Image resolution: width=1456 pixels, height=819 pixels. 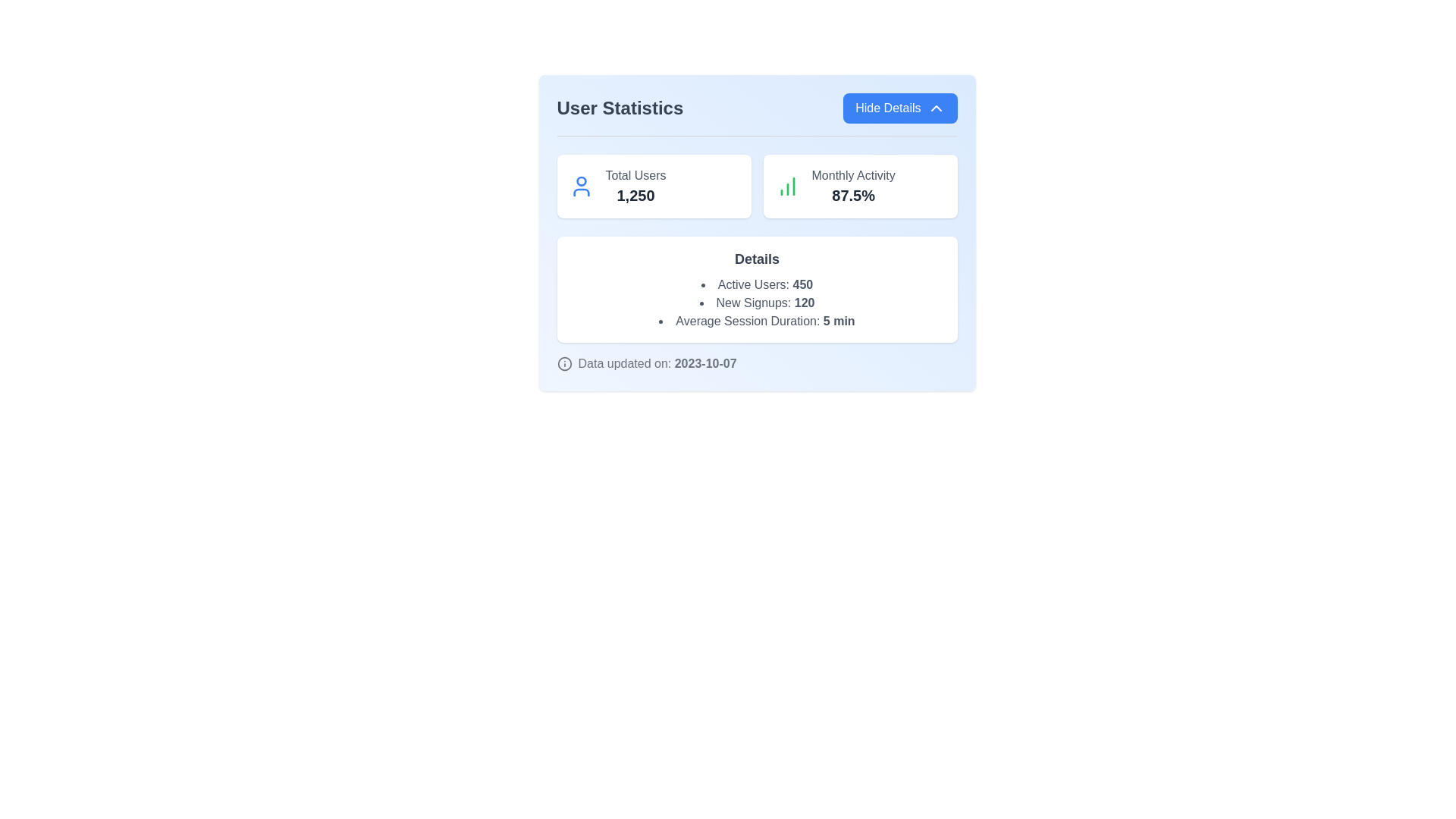 I want to click on the chevron-up icon, which is white on a blue background, located to the right of the 'Hide Details' button, so click(x=935, y=107).